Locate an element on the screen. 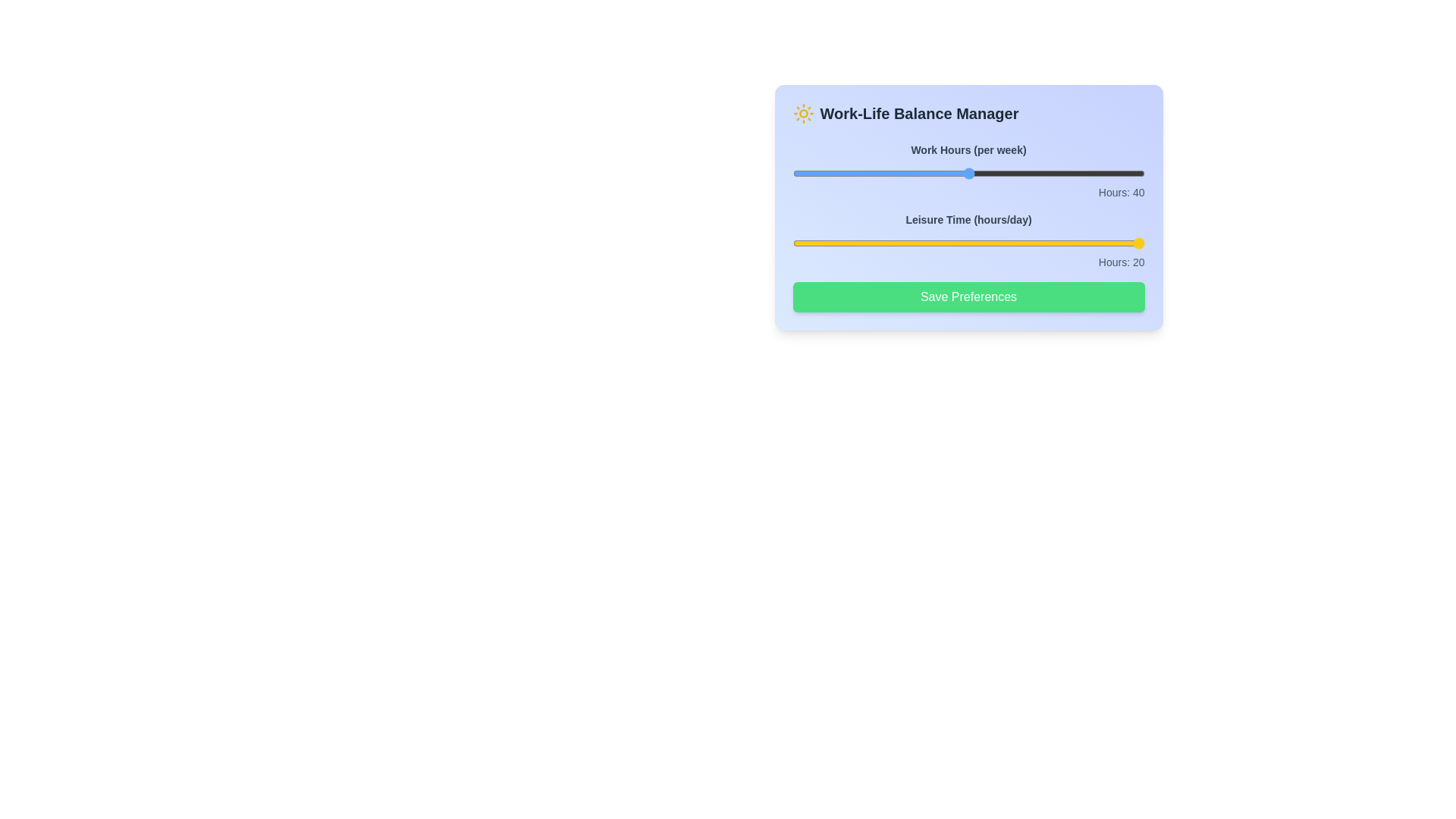 This screenshot has width=1456, height=819. the 'Leisure Time' slider to set leisure hours to 9 is located at coordinates (1100, 242).